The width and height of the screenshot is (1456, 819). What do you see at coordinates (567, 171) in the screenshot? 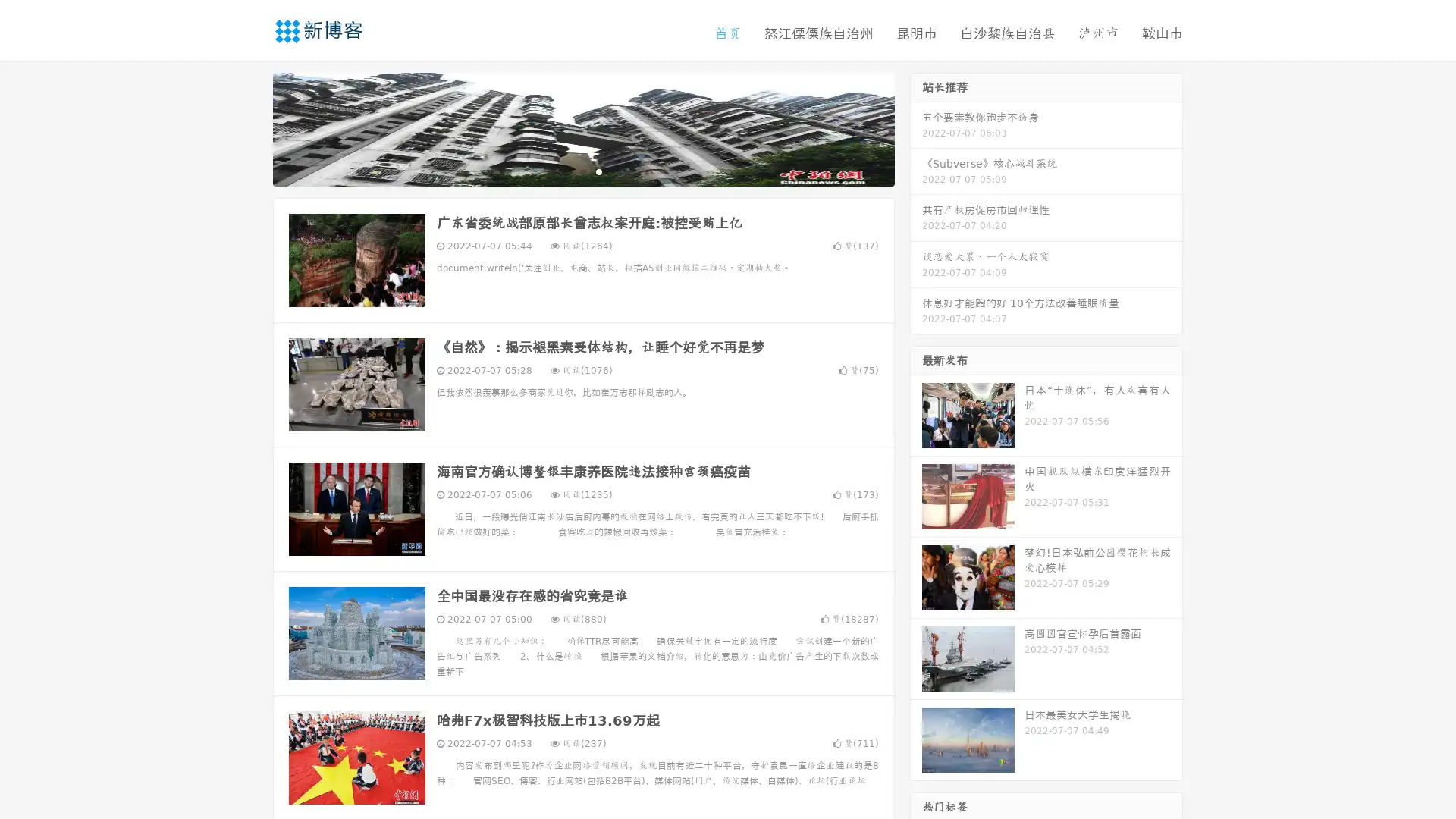
I see `Go to slide 1` at bounding box center [567, 171].